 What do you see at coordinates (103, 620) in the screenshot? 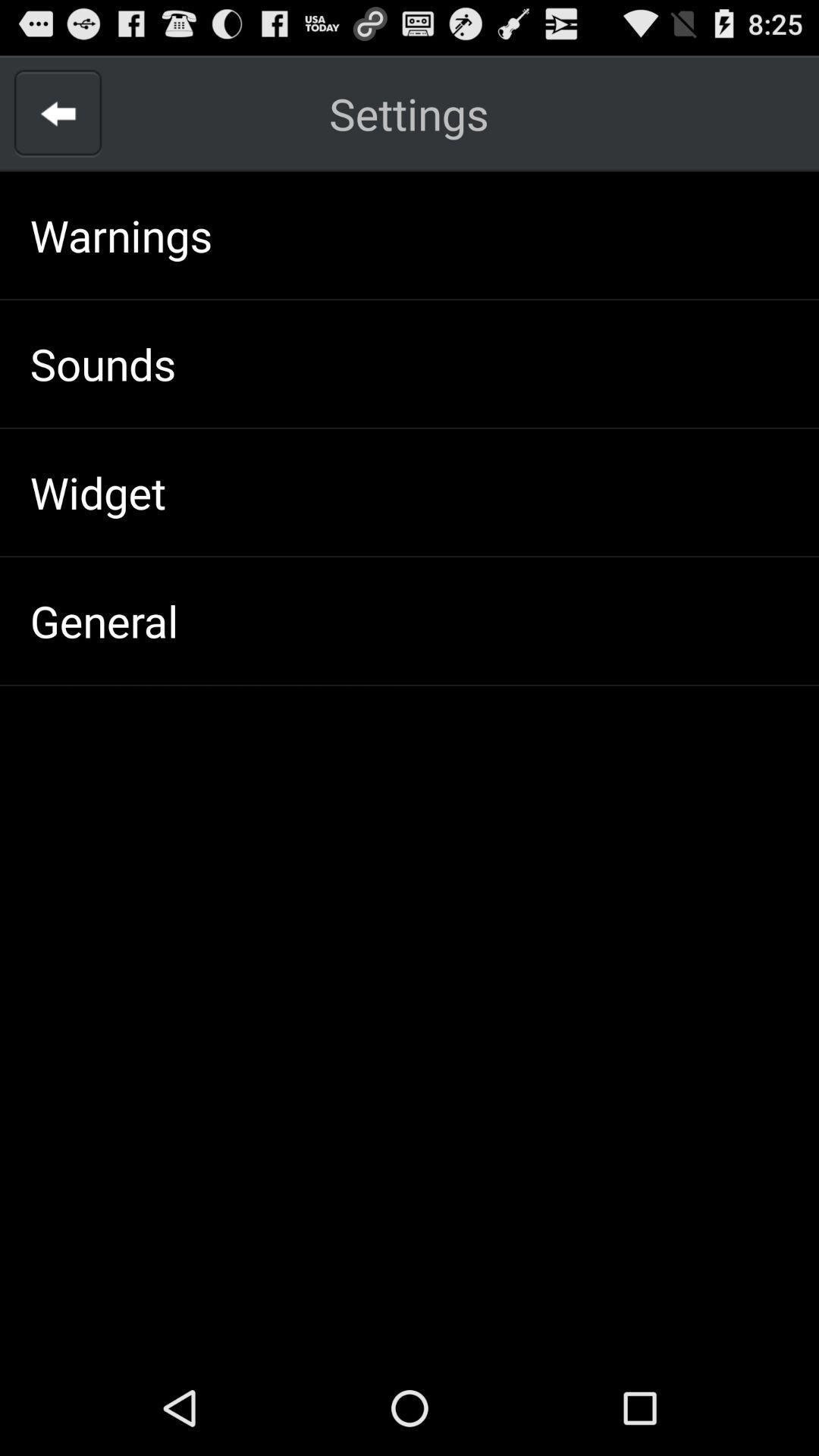
I see `the icon below widget` at bounding box center [103, 620].